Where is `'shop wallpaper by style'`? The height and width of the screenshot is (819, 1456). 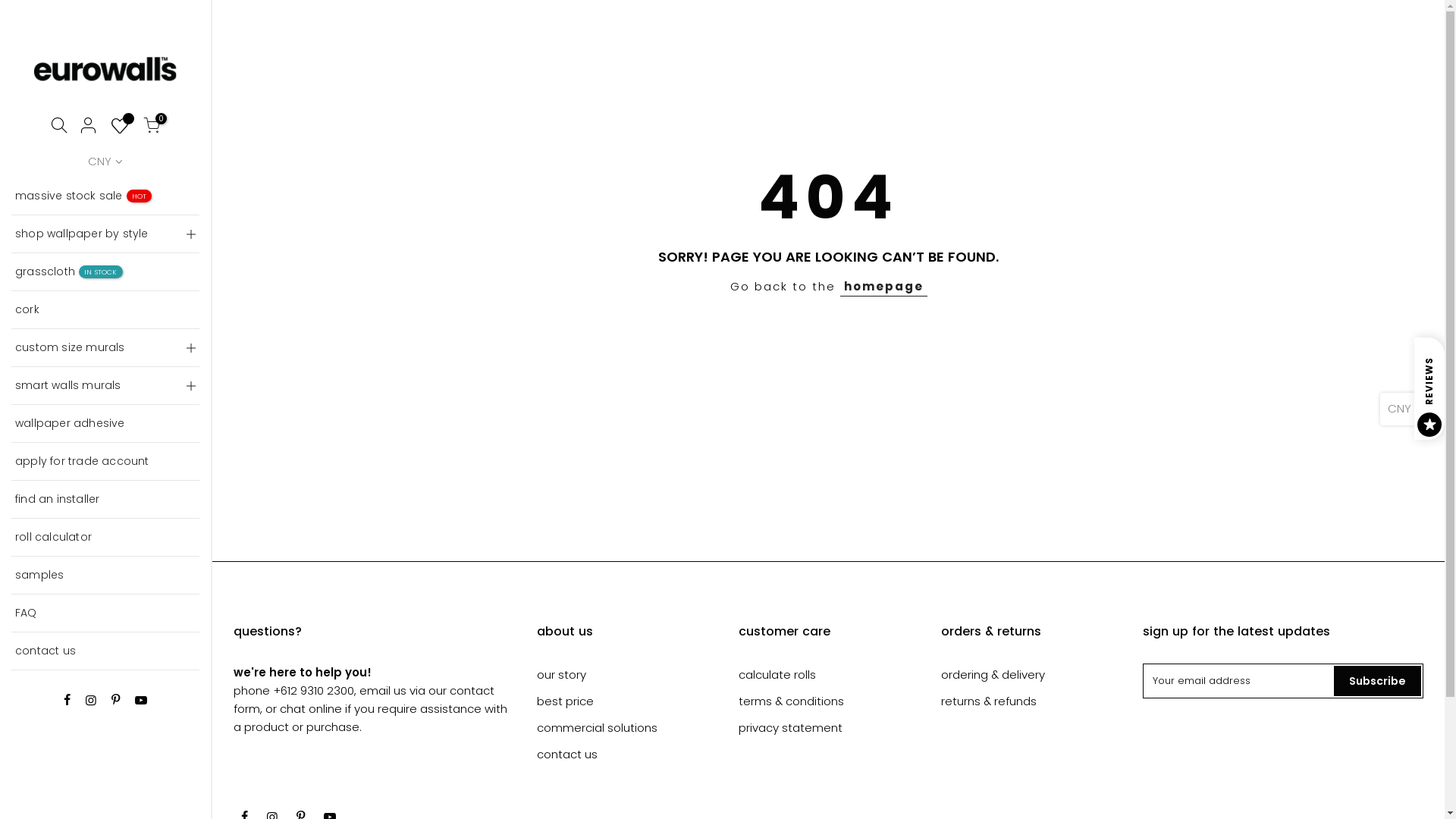 'shop wallpaper by style' is located at coordinates (105, 234).